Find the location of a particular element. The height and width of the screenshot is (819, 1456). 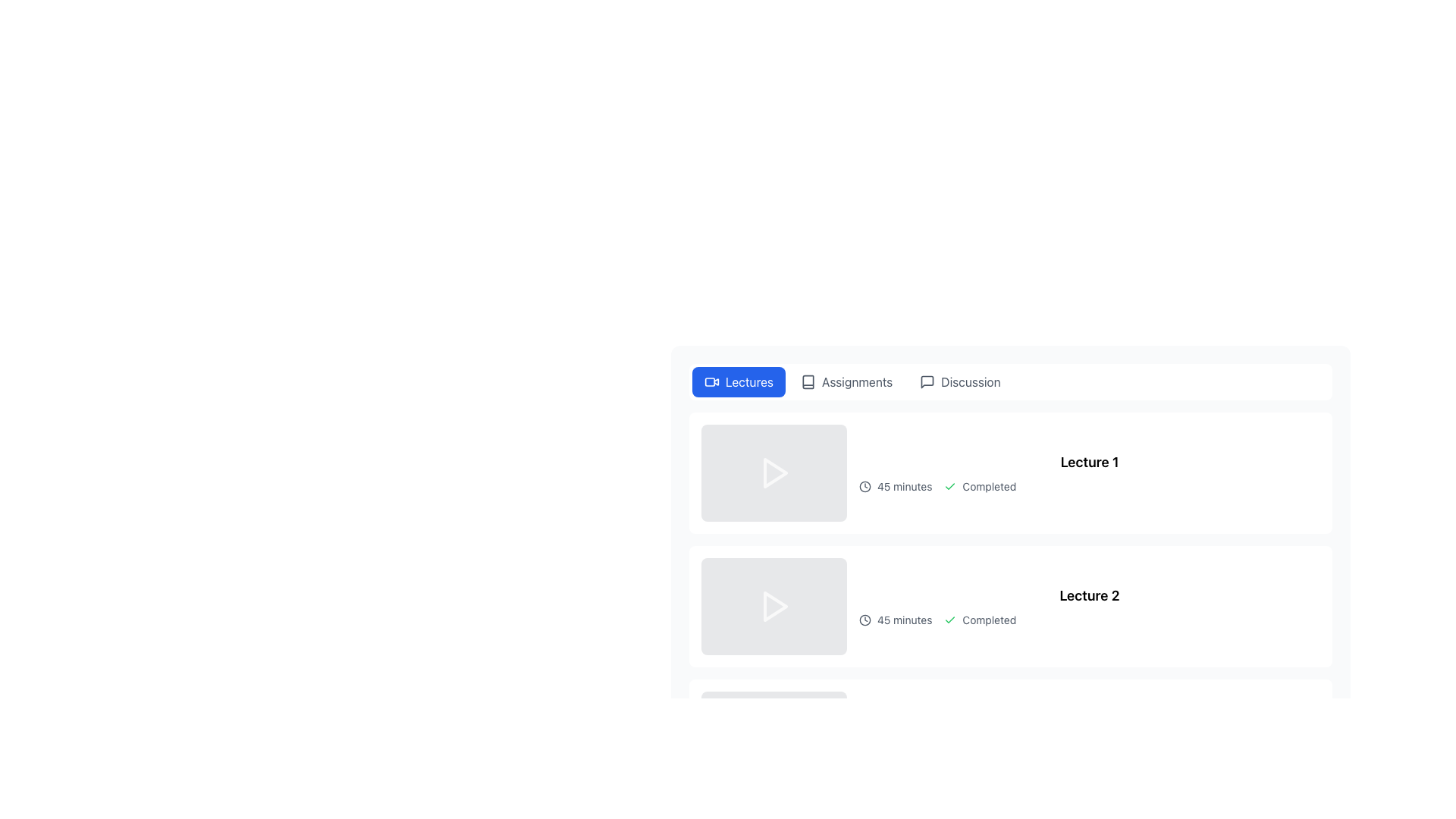

the 'Lecture 1' text label is located at coordinates (1088, 472).